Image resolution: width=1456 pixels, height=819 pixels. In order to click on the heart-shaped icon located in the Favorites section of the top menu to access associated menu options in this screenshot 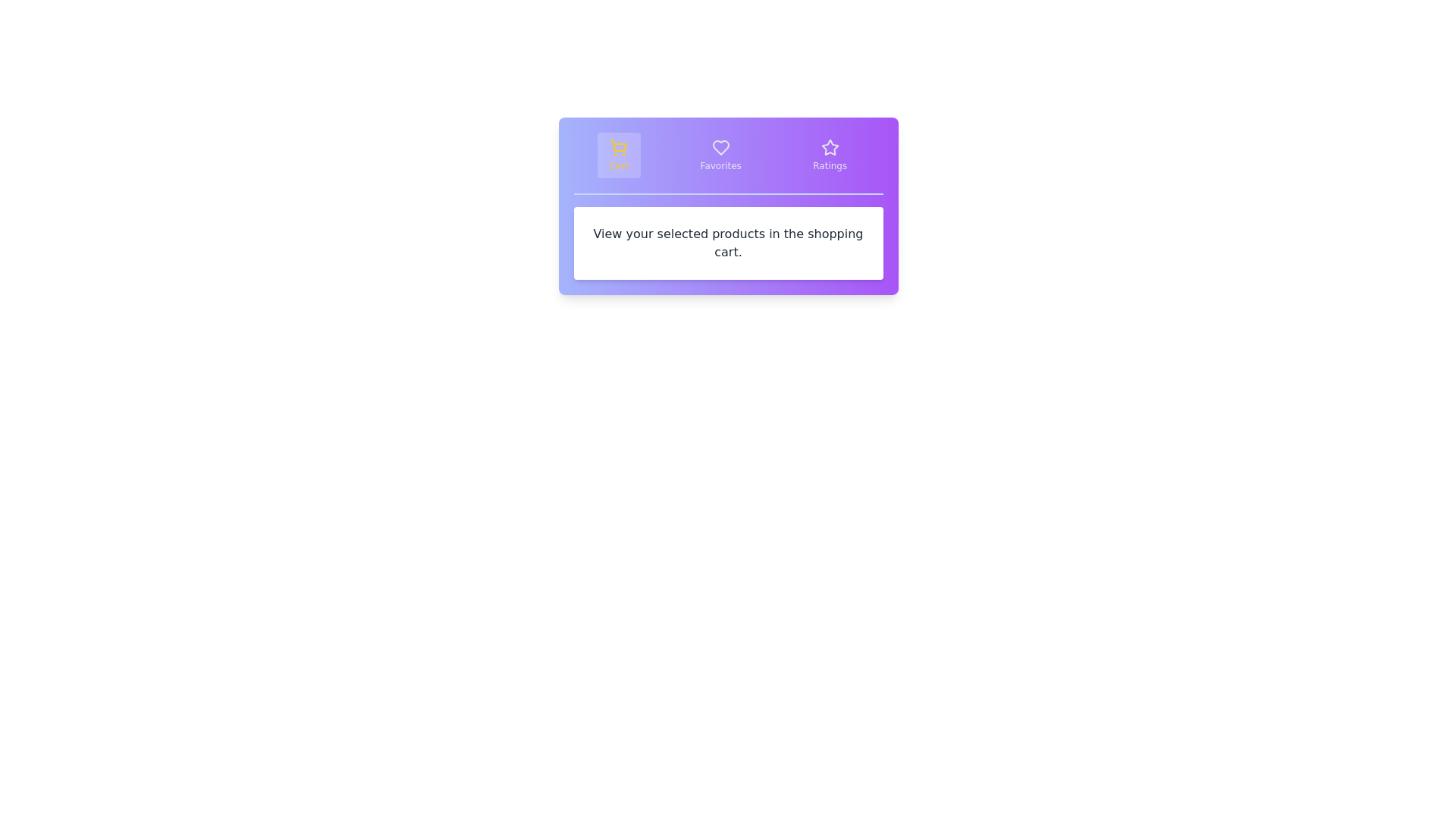, I will do `click(720, 148)`.